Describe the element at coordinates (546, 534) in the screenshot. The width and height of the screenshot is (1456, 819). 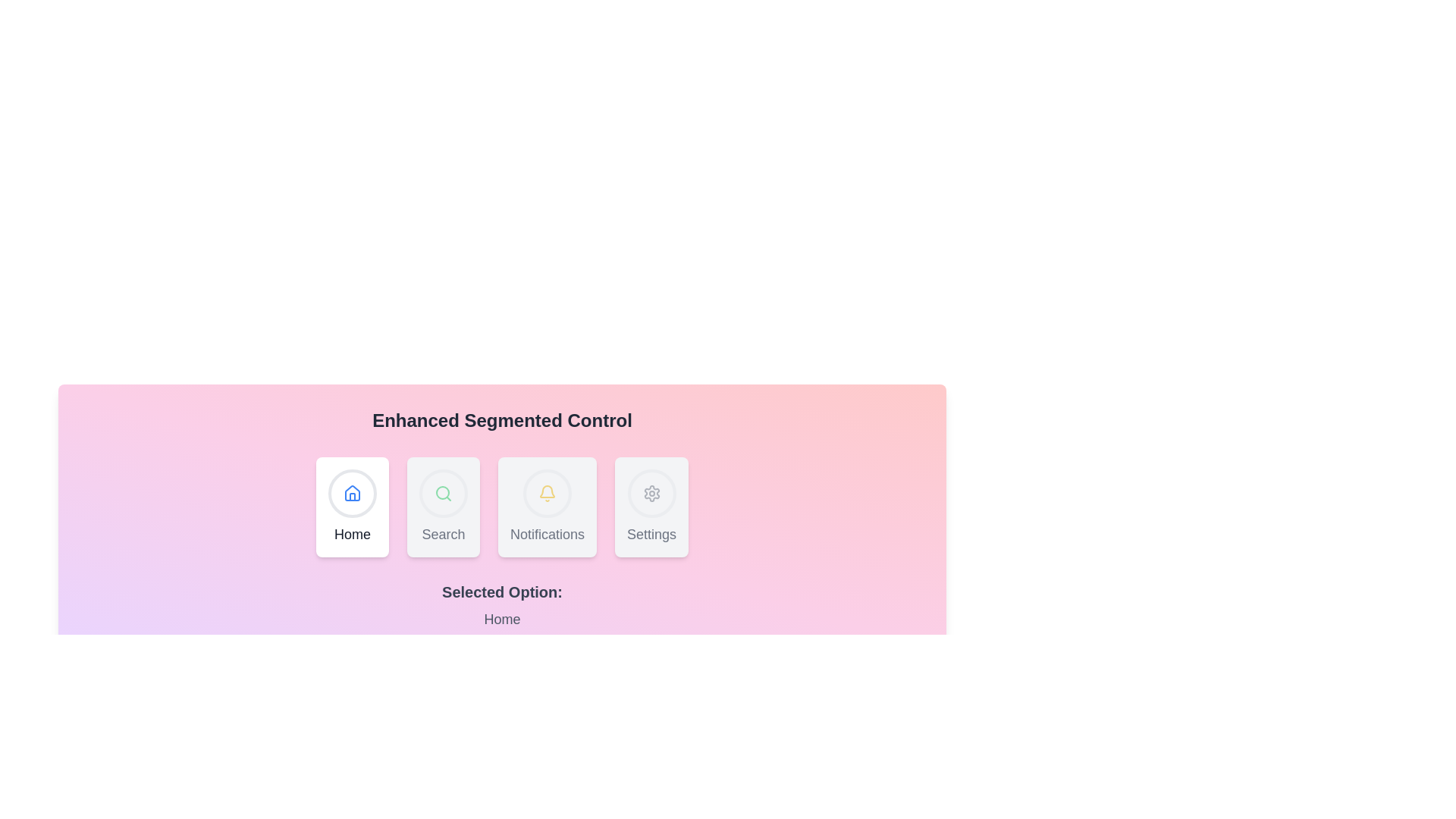
I see `the 'Notifications' text label, which is styled with medium-sized gray text and located centrally below a gray bell icon within a light circular background` at that location.